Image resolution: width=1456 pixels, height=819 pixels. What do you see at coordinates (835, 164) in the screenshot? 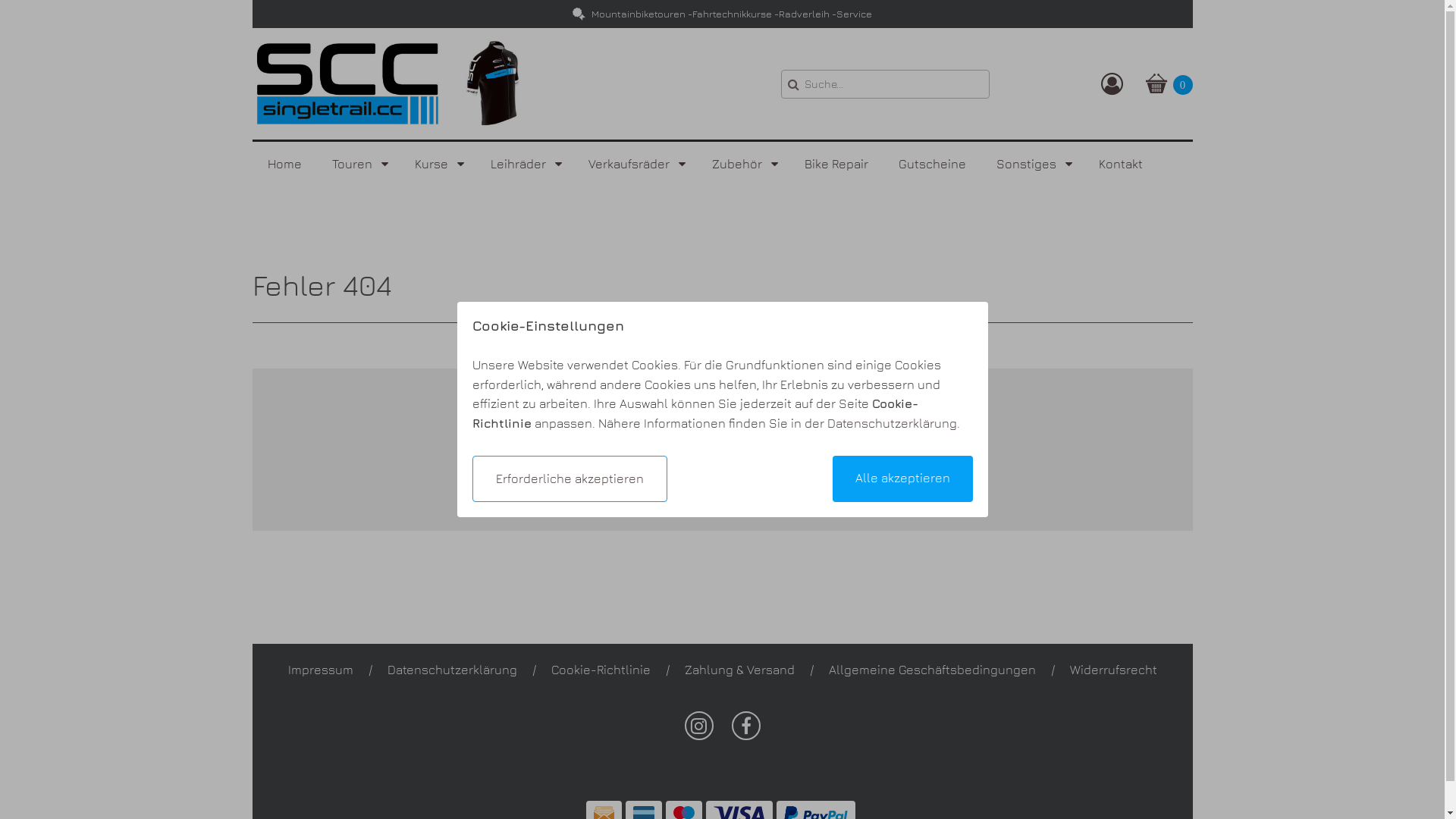
I see `'Bike Repair'` at bounding box center [835, 164].